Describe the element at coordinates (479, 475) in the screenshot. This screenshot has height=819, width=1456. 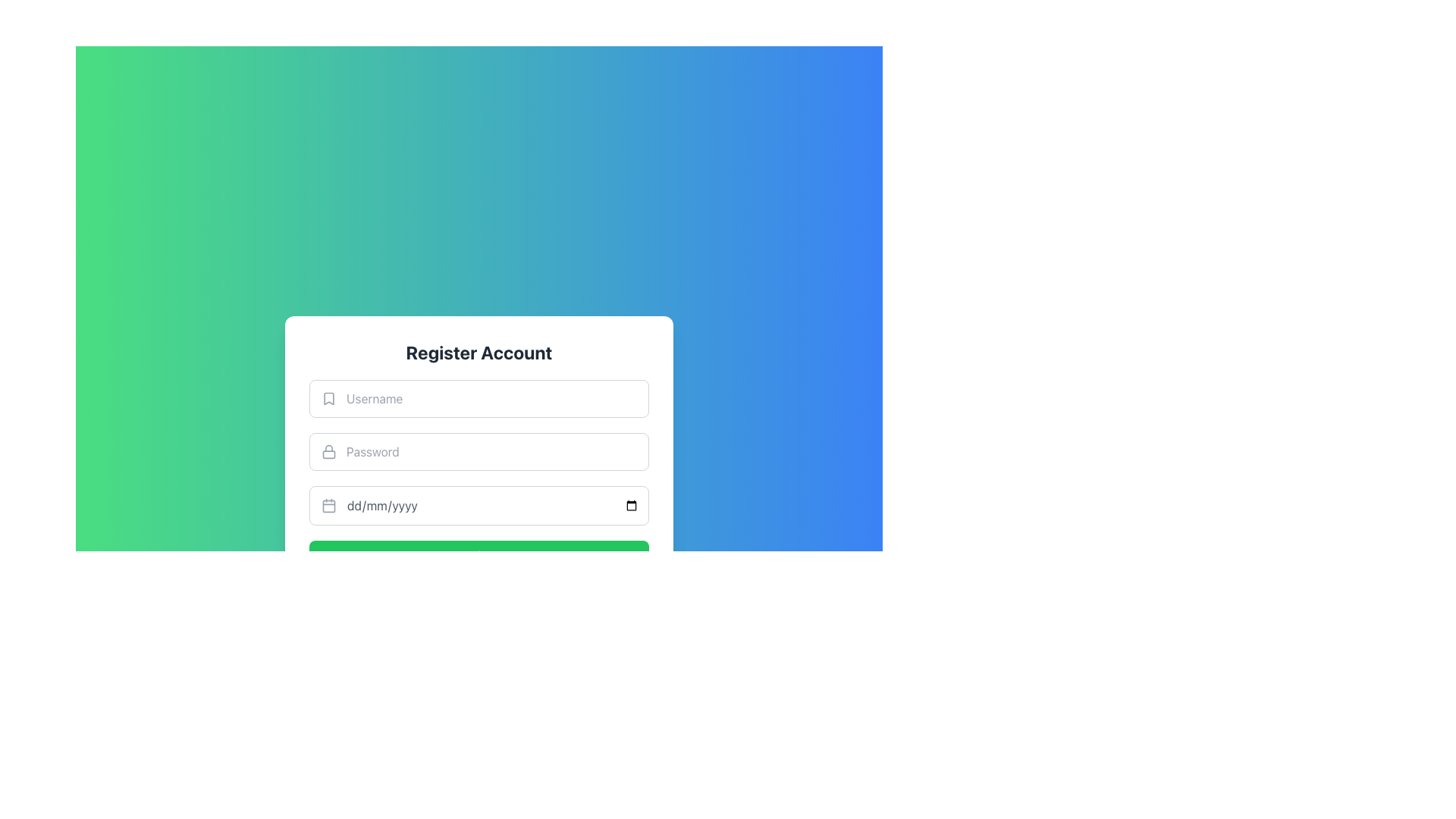
I see `the date input box located below the 'Password' field and above the green 'Register' button in the 'Register Account' form` at that location.